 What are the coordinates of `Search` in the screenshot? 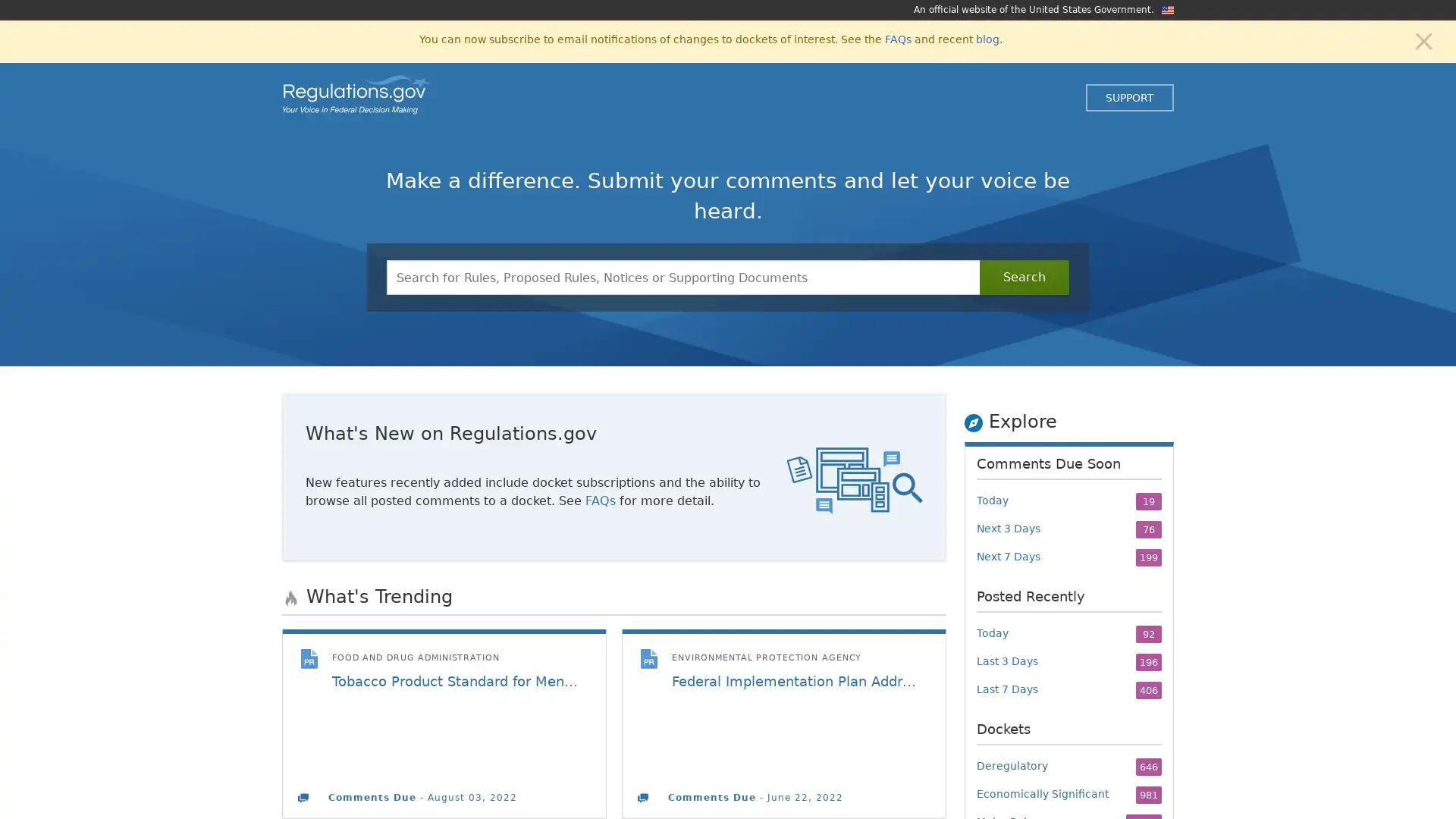 It's located at (1024, 278).